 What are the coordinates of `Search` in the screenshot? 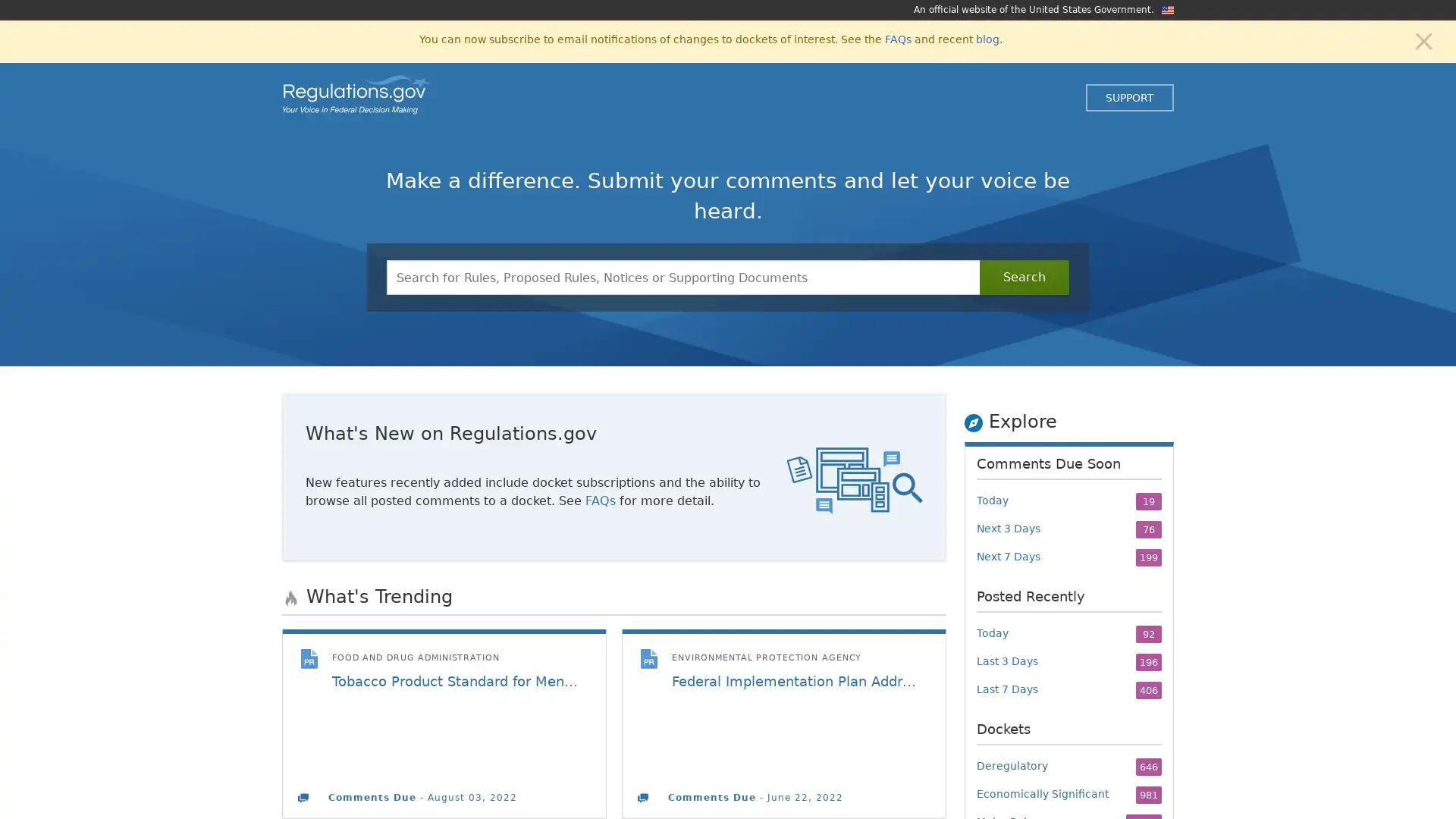 It's located at (1024, 278).